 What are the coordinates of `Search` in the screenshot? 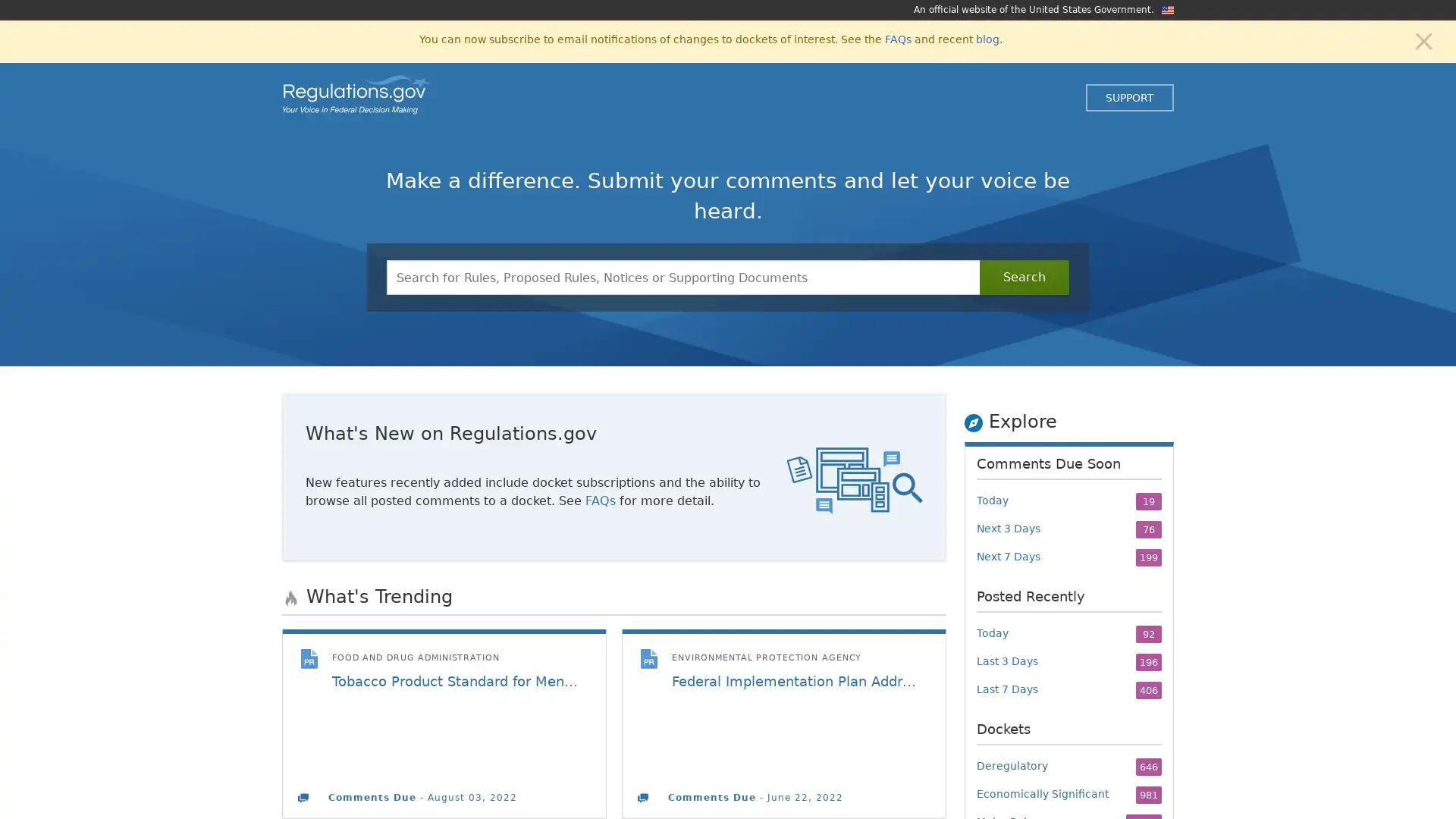 It's located at (1024, 278).